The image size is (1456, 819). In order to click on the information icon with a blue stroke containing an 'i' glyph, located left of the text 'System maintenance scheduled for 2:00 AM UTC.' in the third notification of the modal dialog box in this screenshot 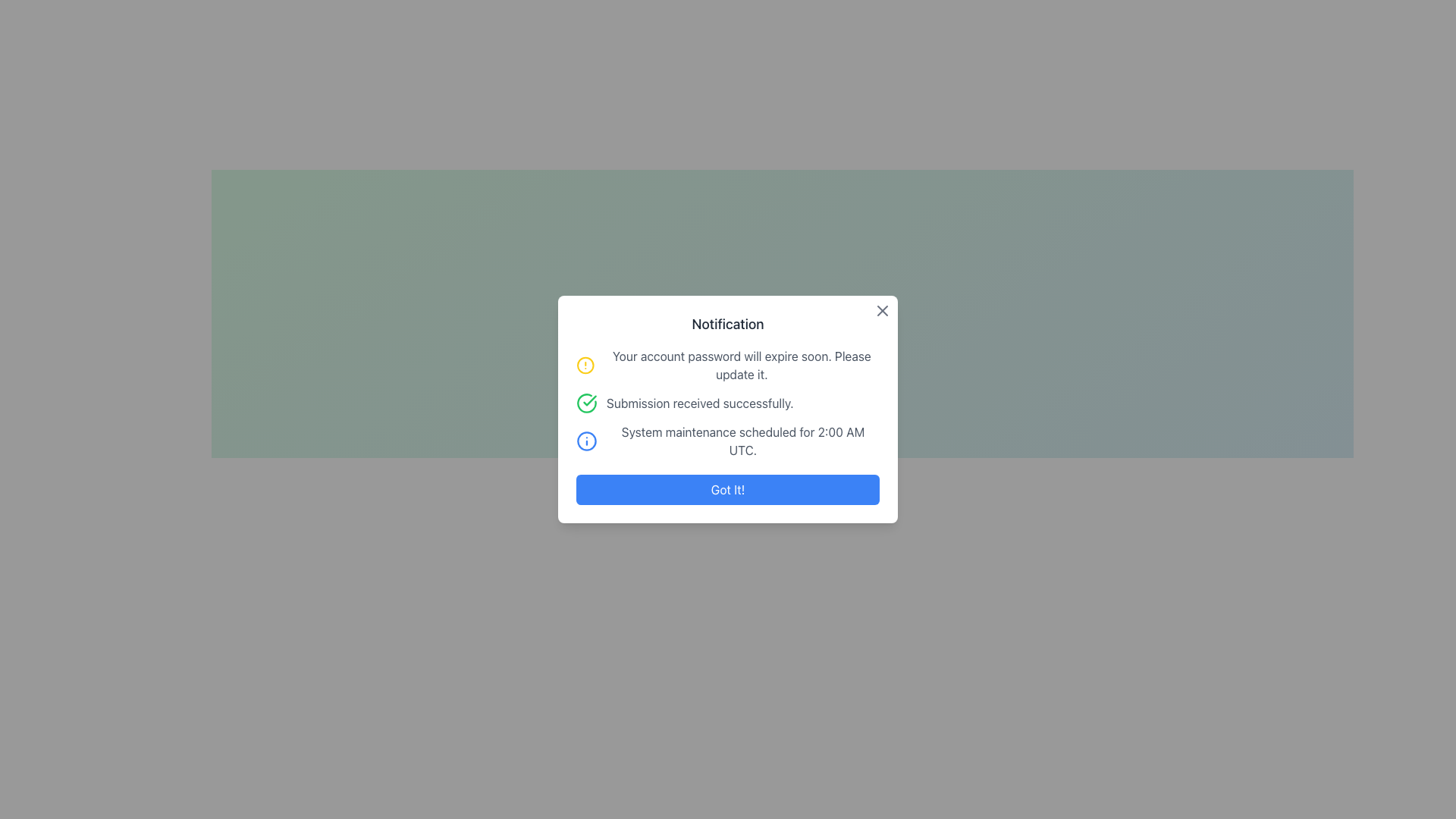, I will do `click(585, 441)`.